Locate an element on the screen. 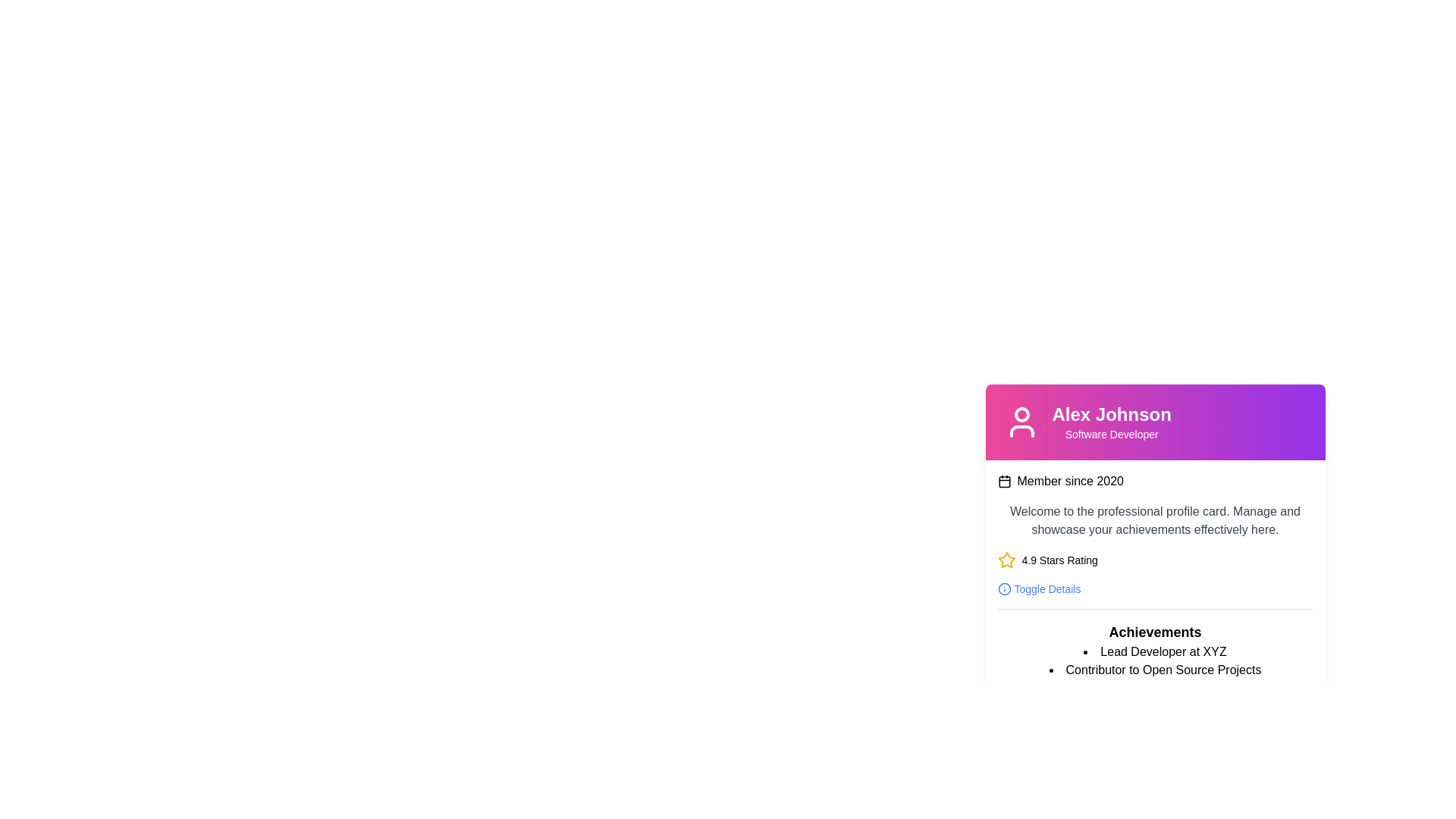 This screenshot has height=819, width=1456. the leftmost rating star icon representing a rating score of 4.9 in the card interface is located at coordinates (1006, 560).